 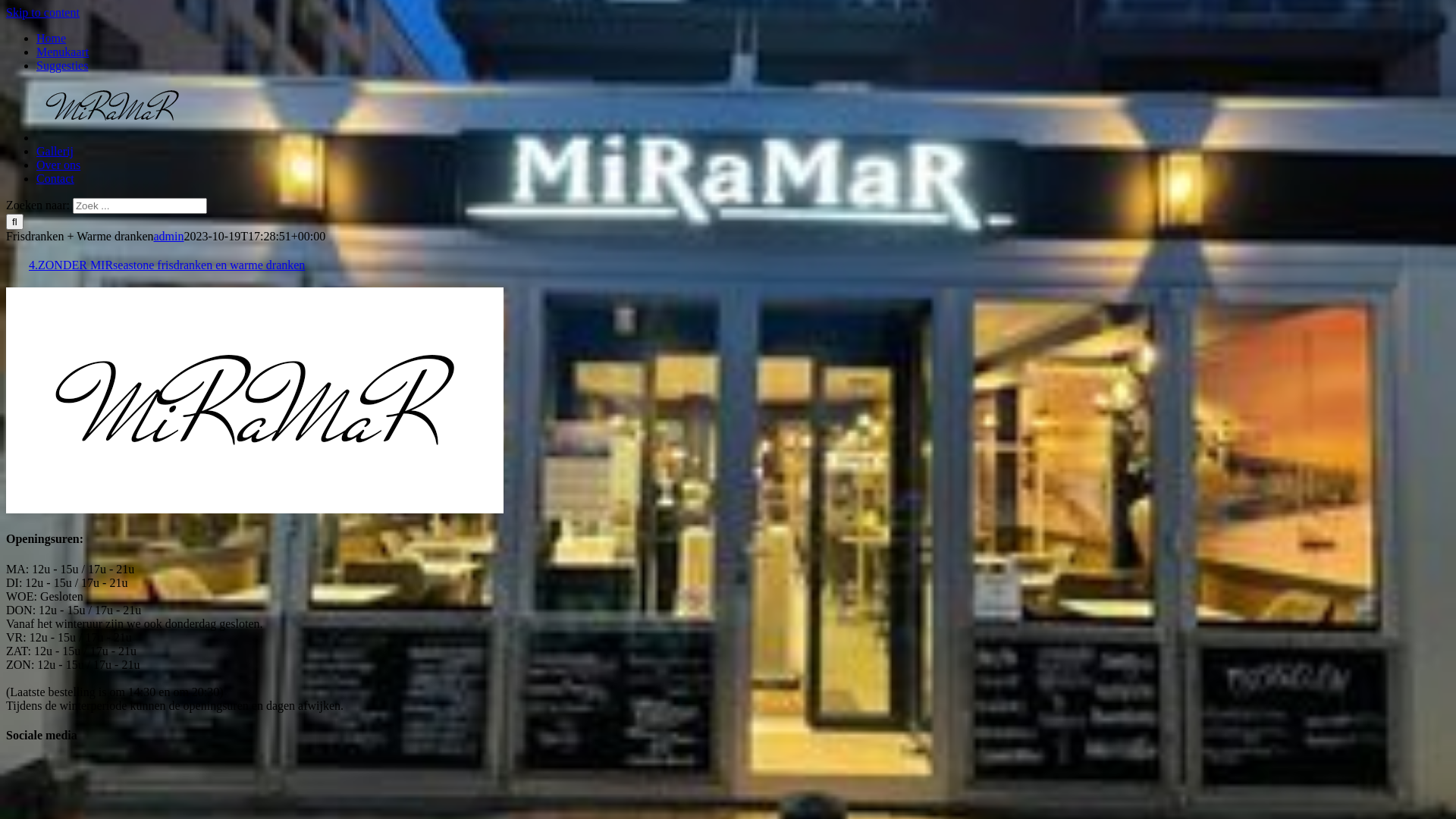 What do you see at coordinates (61, 51) in the screenshot?
I see `'Menukaart'` at bounding box center [61, 51].